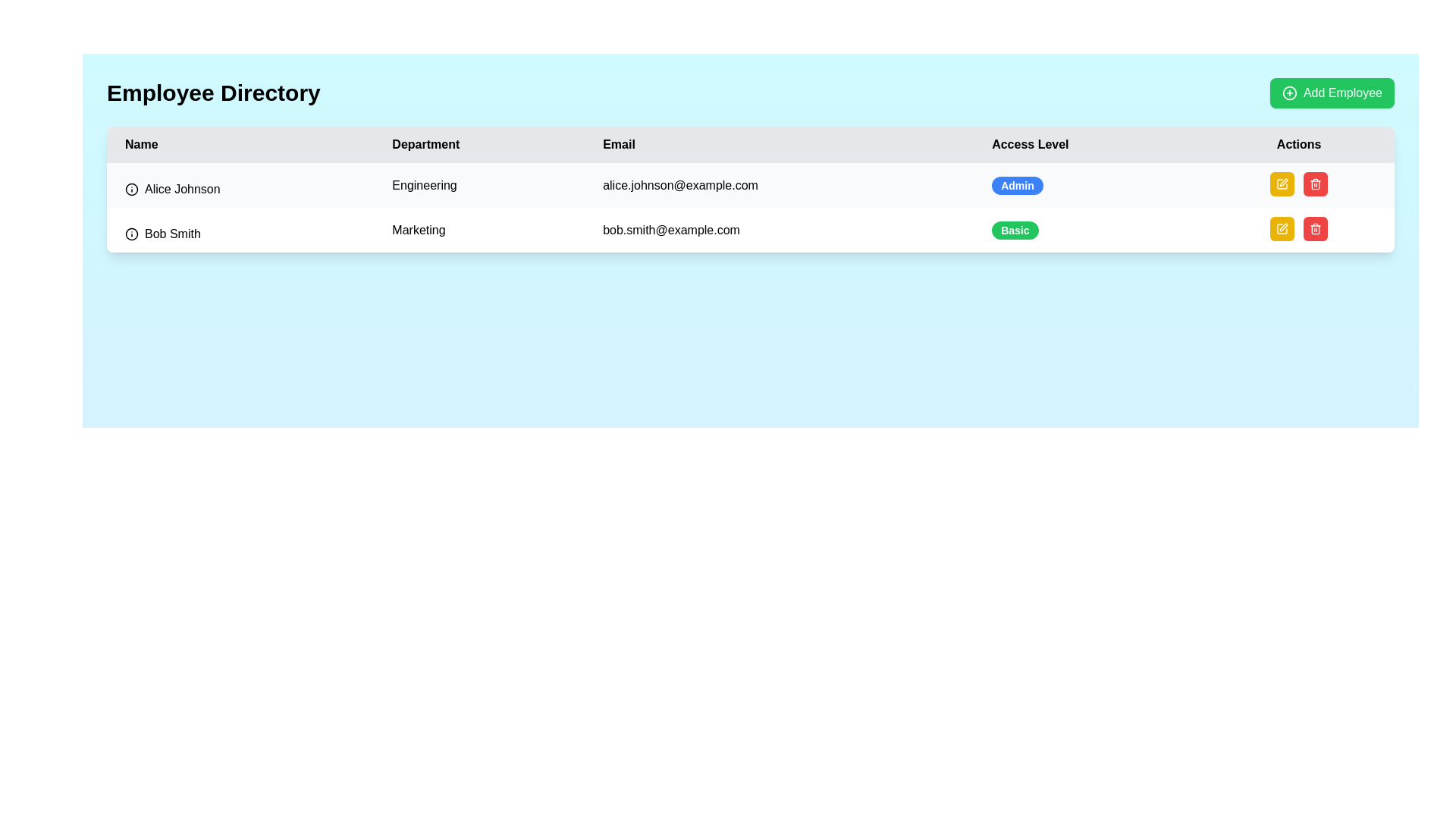 This screenshot has height=819, width=1456. Describe the element at coordinates (1315, 184) in the screenshot. I see `the circular red trash icon button located in the rightmost section of Bob Smith's row under the 'Actions' column` at that location.